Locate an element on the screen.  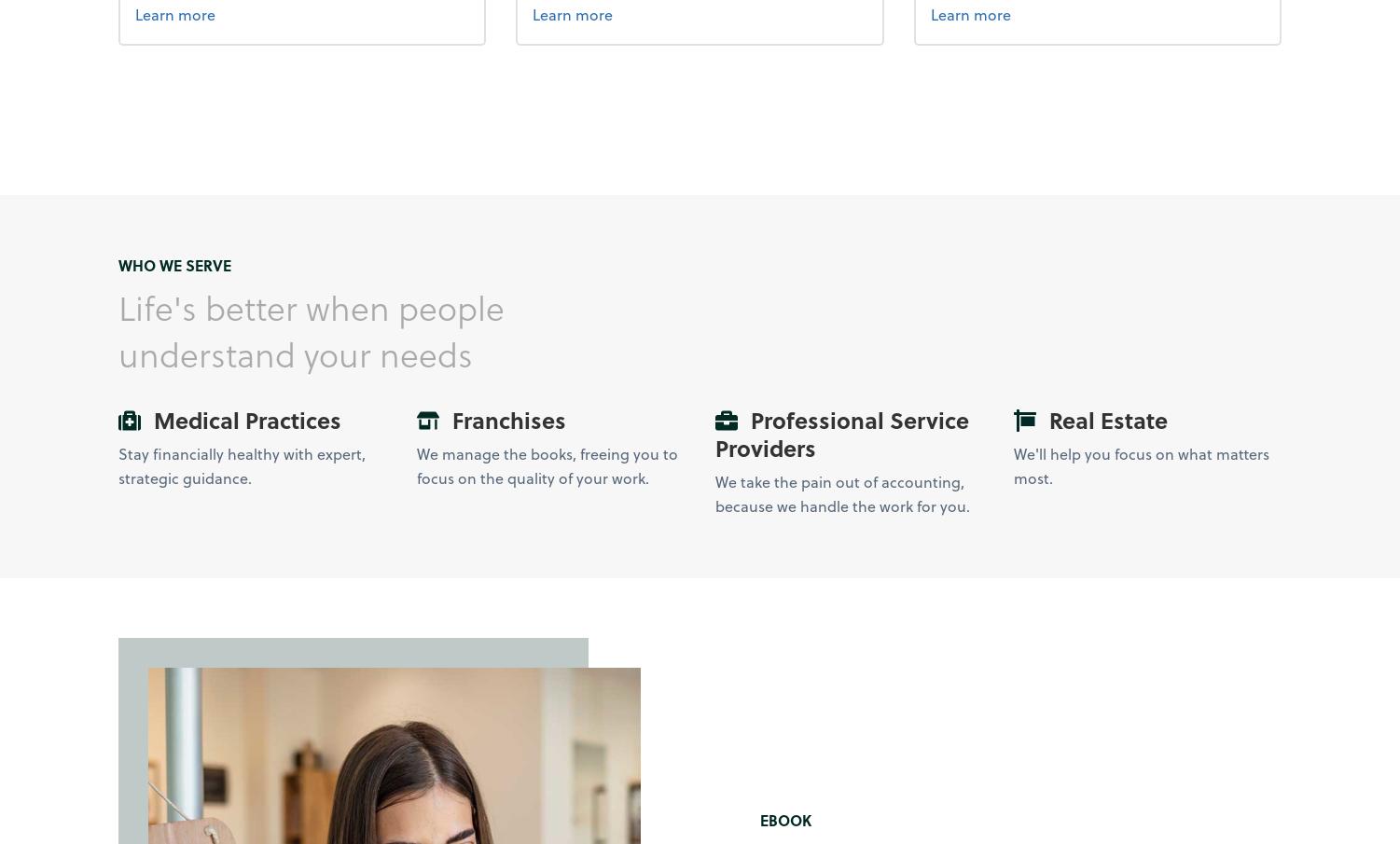
'Franchises' is located at coordinates (505, 419).